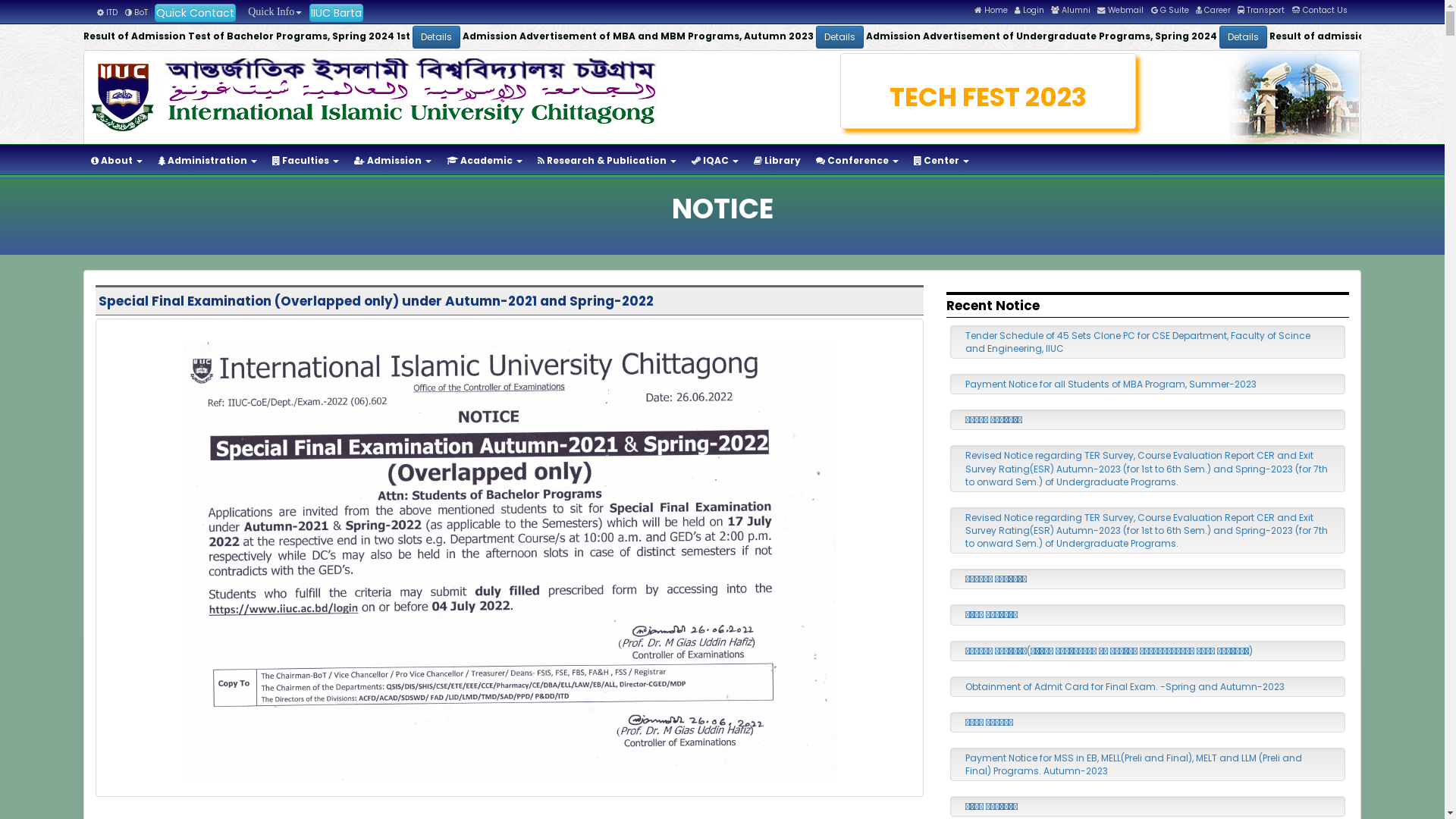 This screenshot has height=819, width=1456. I want to click on '  Quick Info', so click(243, 11).